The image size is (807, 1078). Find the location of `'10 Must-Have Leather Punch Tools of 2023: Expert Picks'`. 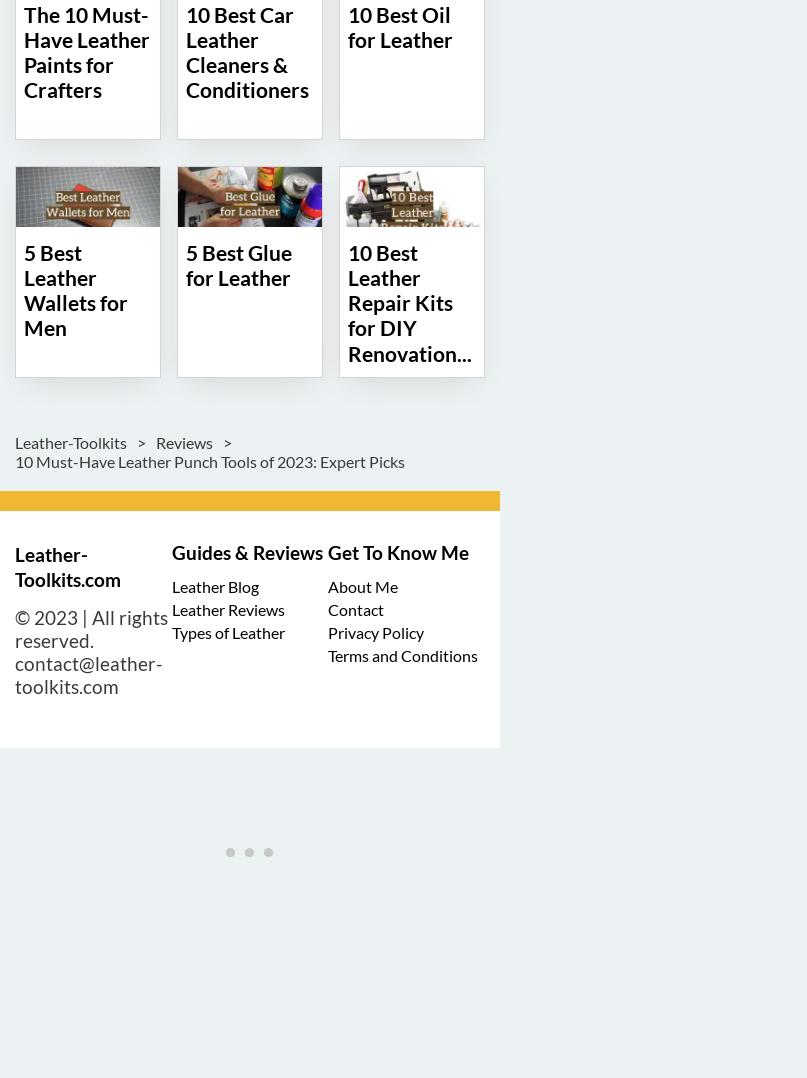

'10 Must-Have Leather Punch Tools of 2023: Expert Picks' is located at coordinates (15, 460).